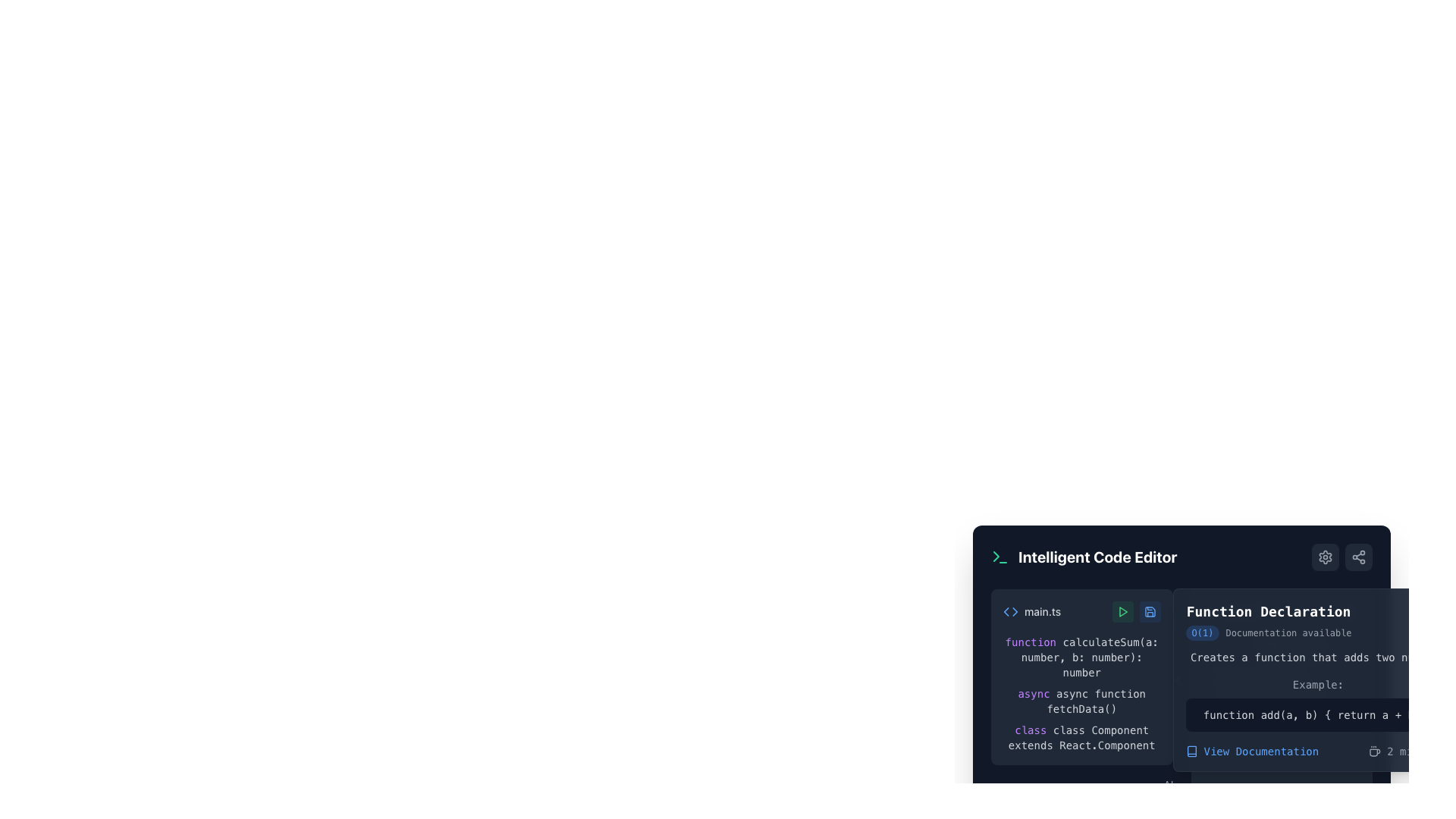  Describe the element at coordinates (1089, 657) in the screenshot. I see `the TypeScript function signature for 'calculateSum' with parameters 'a' and 'b' in the code editor, which is positioned after the 'function' keyword and spans horizontally across the middle portion of the editor` at that location.